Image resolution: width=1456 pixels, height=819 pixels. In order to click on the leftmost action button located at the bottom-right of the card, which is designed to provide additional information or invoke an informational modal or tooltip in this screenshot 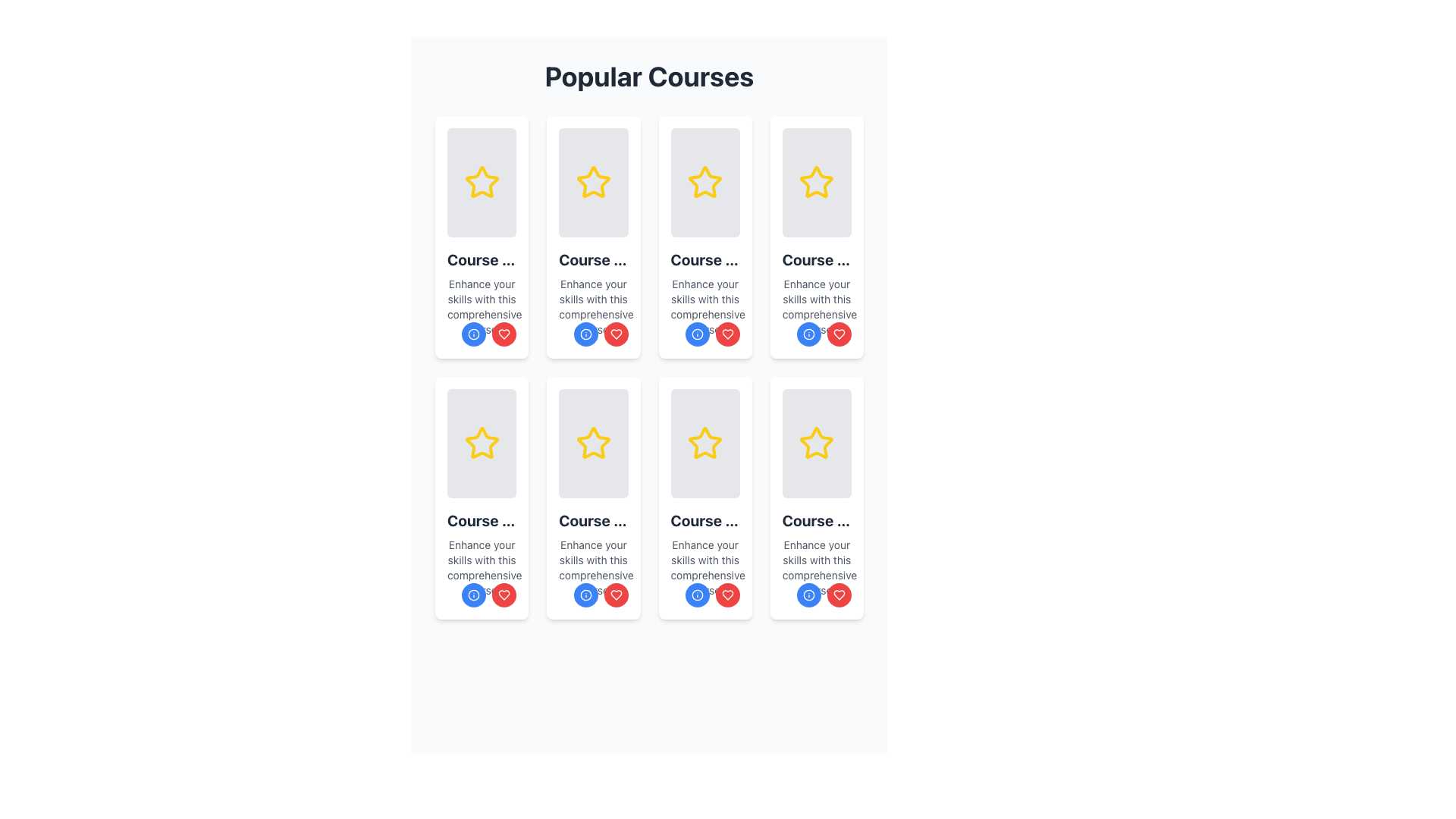, I will do `click(473, 595)`.